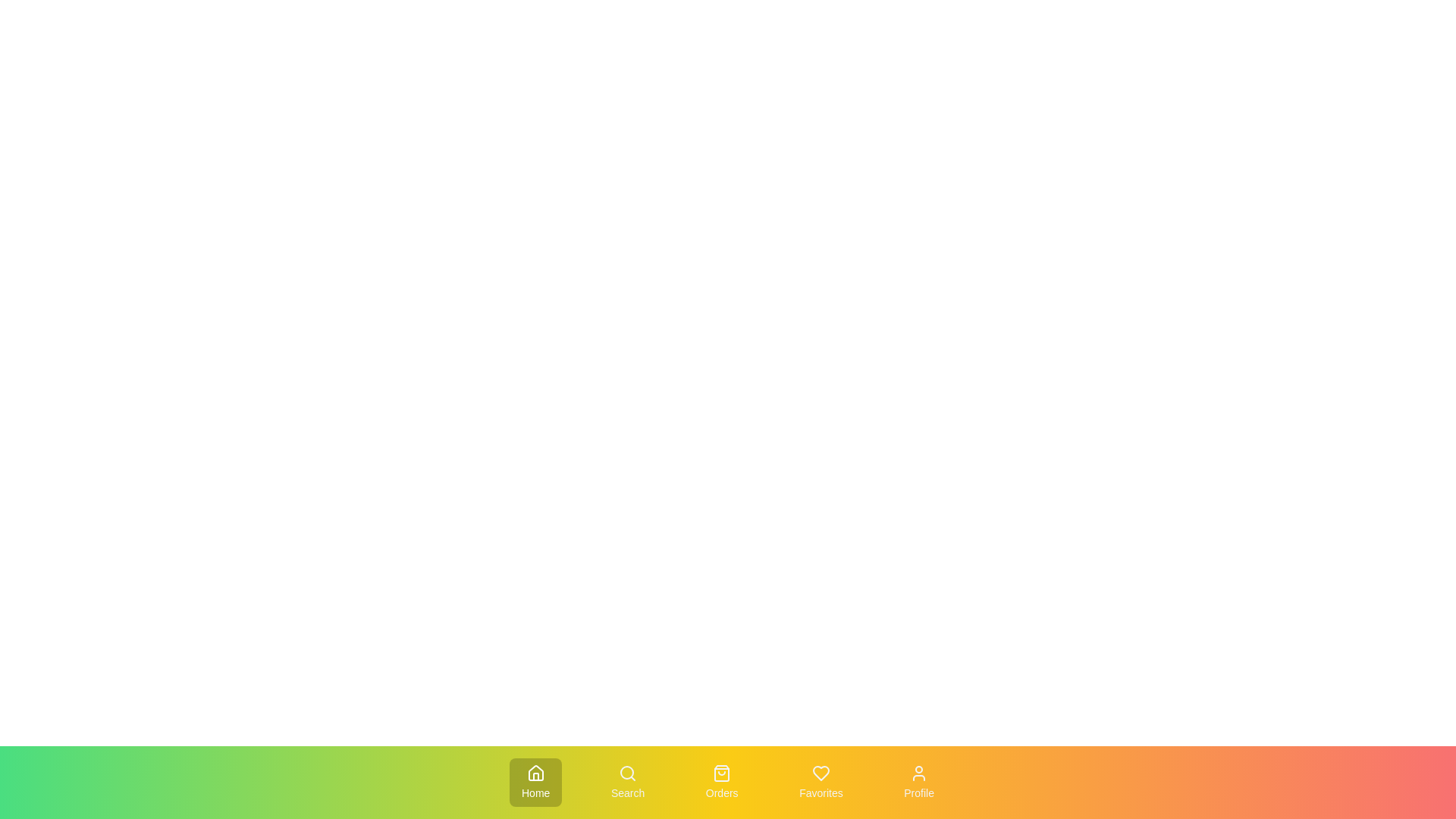  I want to click on the Search tab to observe the hover effect, so click(628, 783).